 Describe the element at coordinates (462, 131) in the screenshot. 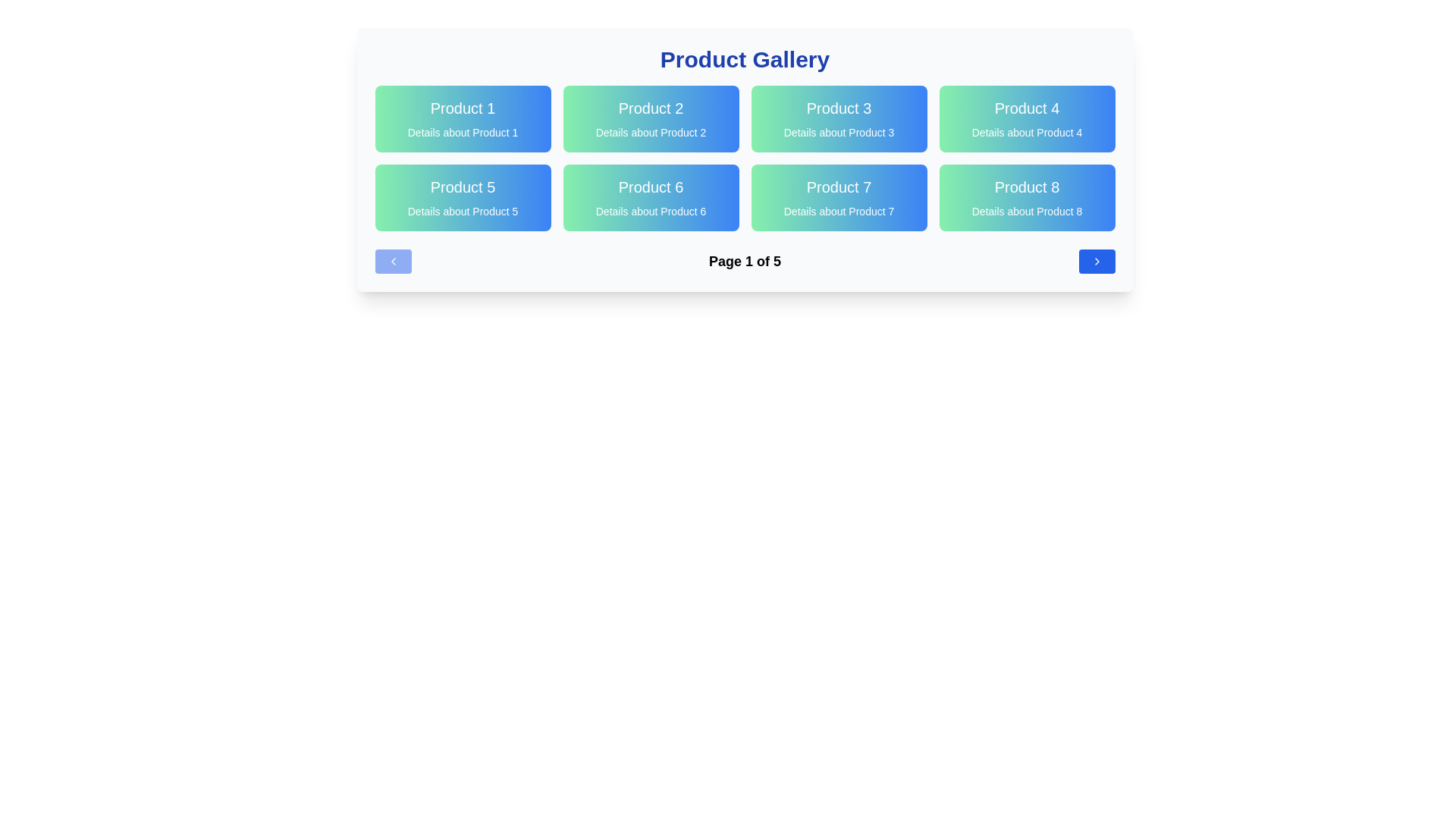

I see `the static text label that provides descriptive information about 'Product 1', located at the bottom part of the product card in the first cell of the first row` at that location.